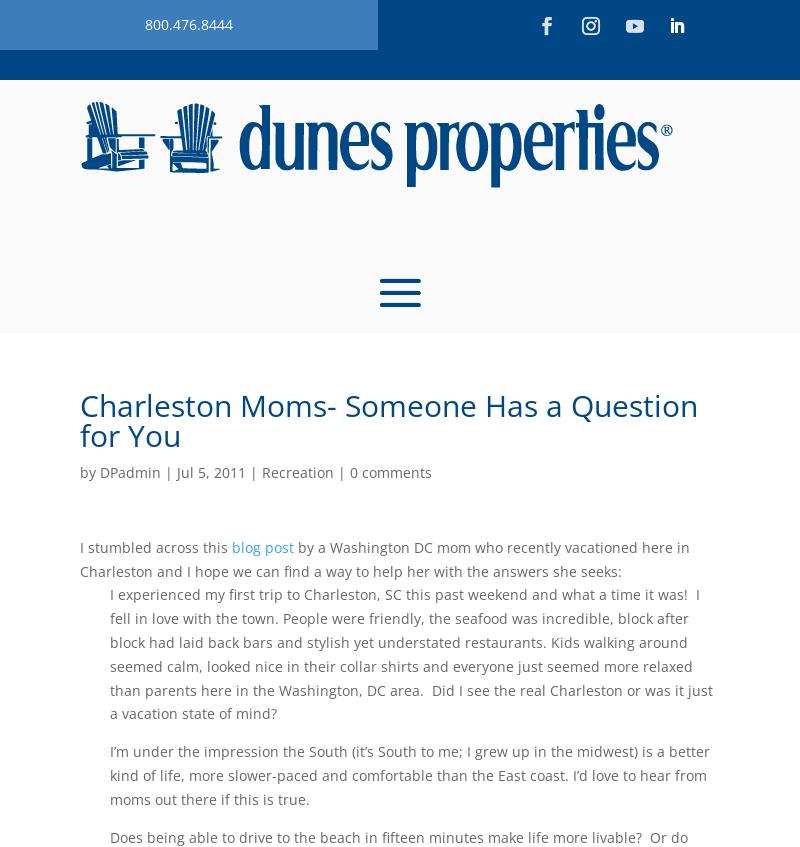  What do you see at coordinates (409, 774) in the screenshot?
I see `'I’m under the impression the South (it’s South to me; I grew up in the midwest) is a better kind of life, more slower-paced and comfortable than the East coast. I’d love to hear from moms out there if this is true.'` at bounding box center [409, 774].